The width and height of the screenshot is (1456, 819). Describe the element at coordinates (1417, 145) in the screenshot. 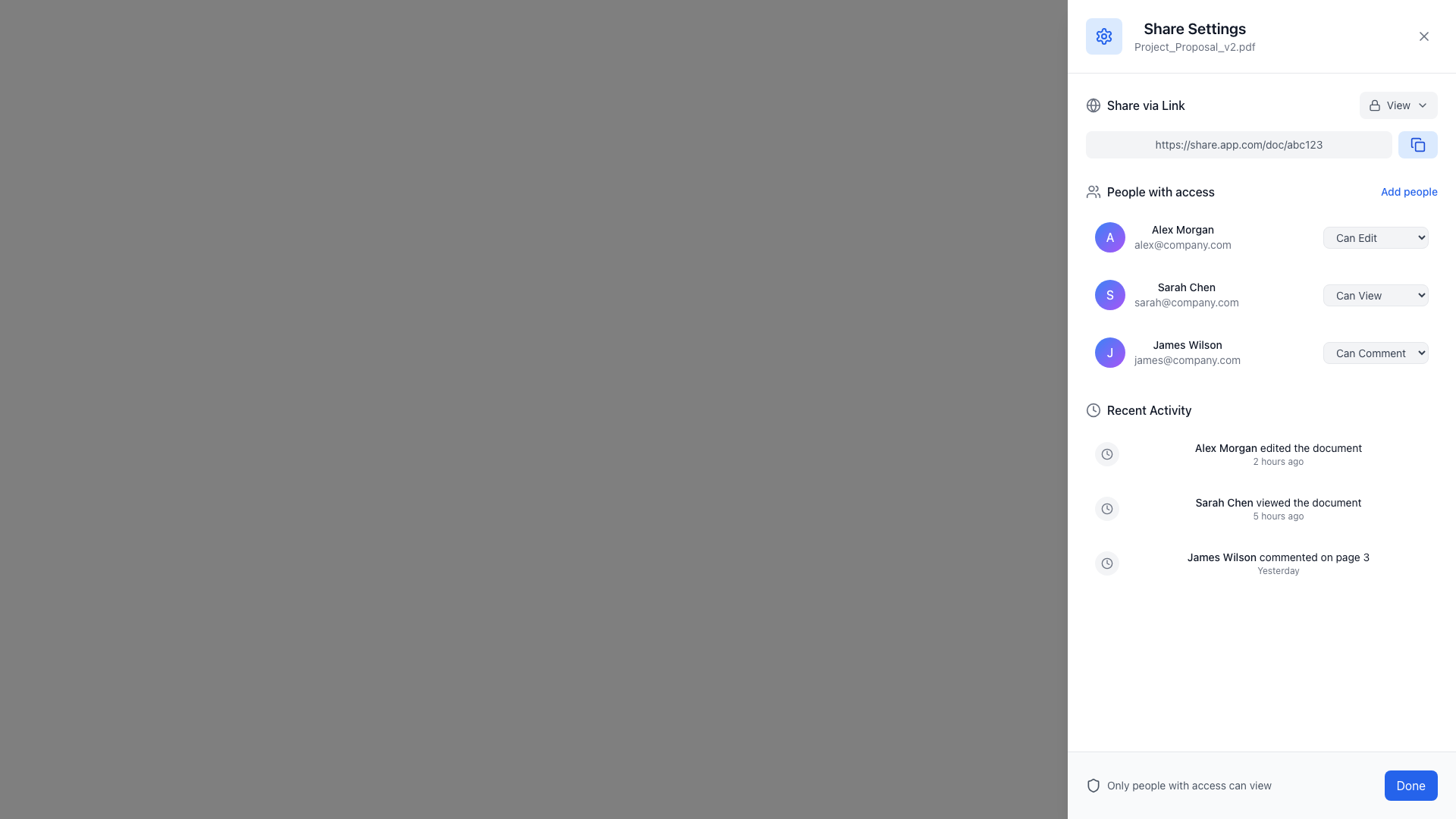

I see `the button with rounded corners and a blue background, which has an icon of two overlapping rectangles` at that location.